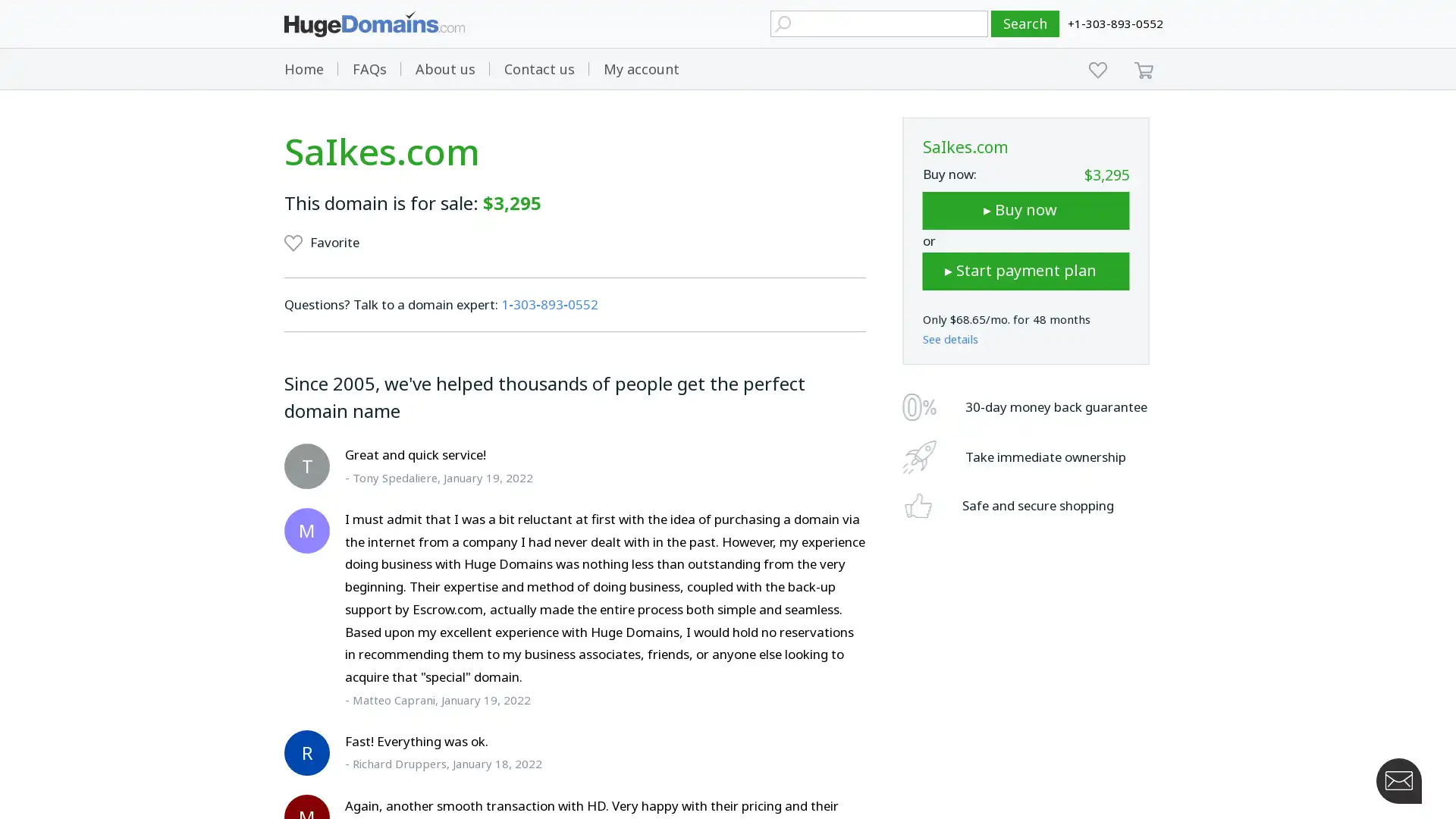 This screenshot has width=1456, height=819. I want to click on Search, so click(1025, 24).